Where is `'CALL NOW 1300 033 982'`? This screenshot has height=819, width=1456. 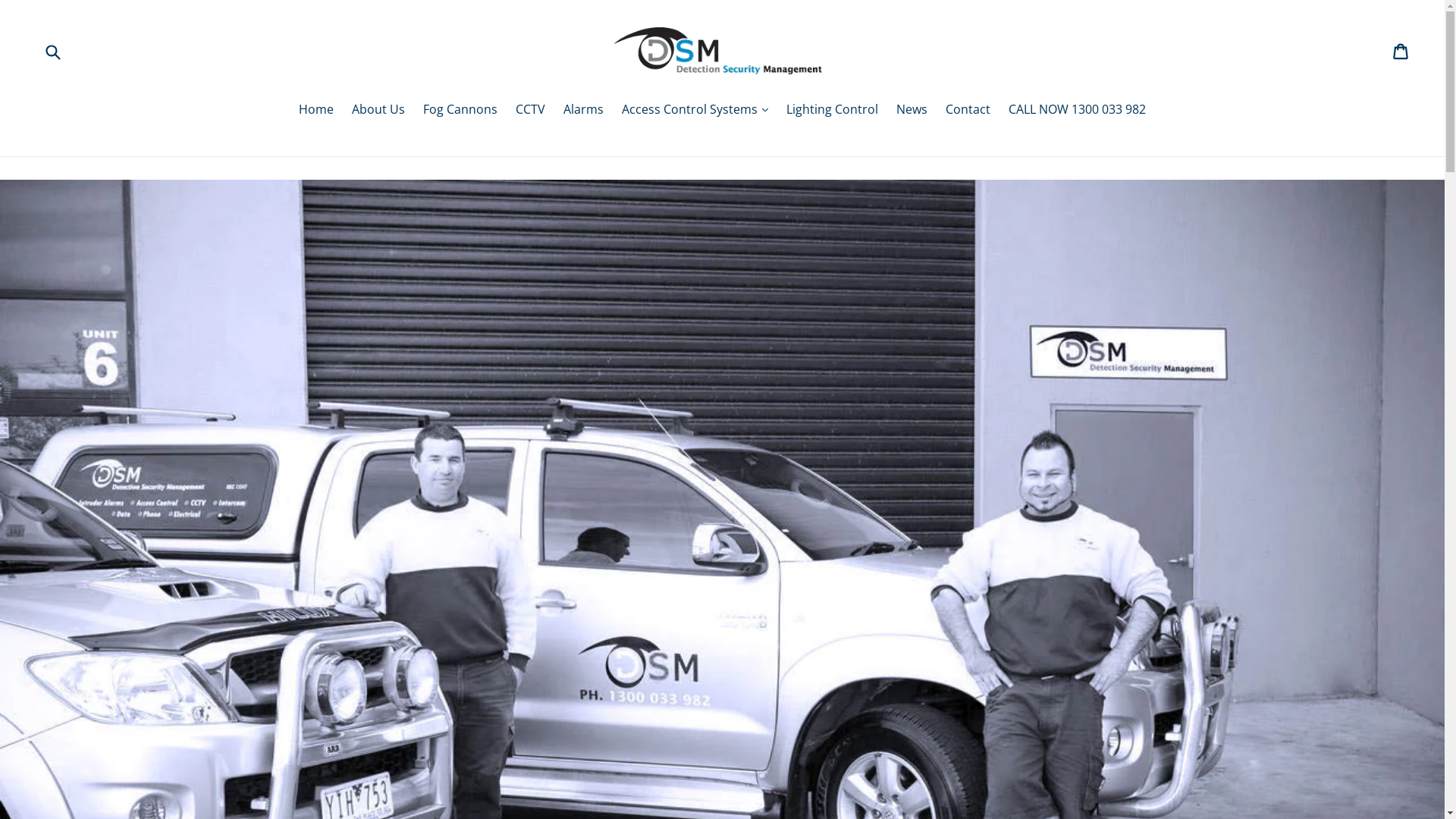
'CALL NOW 1300 033 982' is located at coordinates (1076, 109).